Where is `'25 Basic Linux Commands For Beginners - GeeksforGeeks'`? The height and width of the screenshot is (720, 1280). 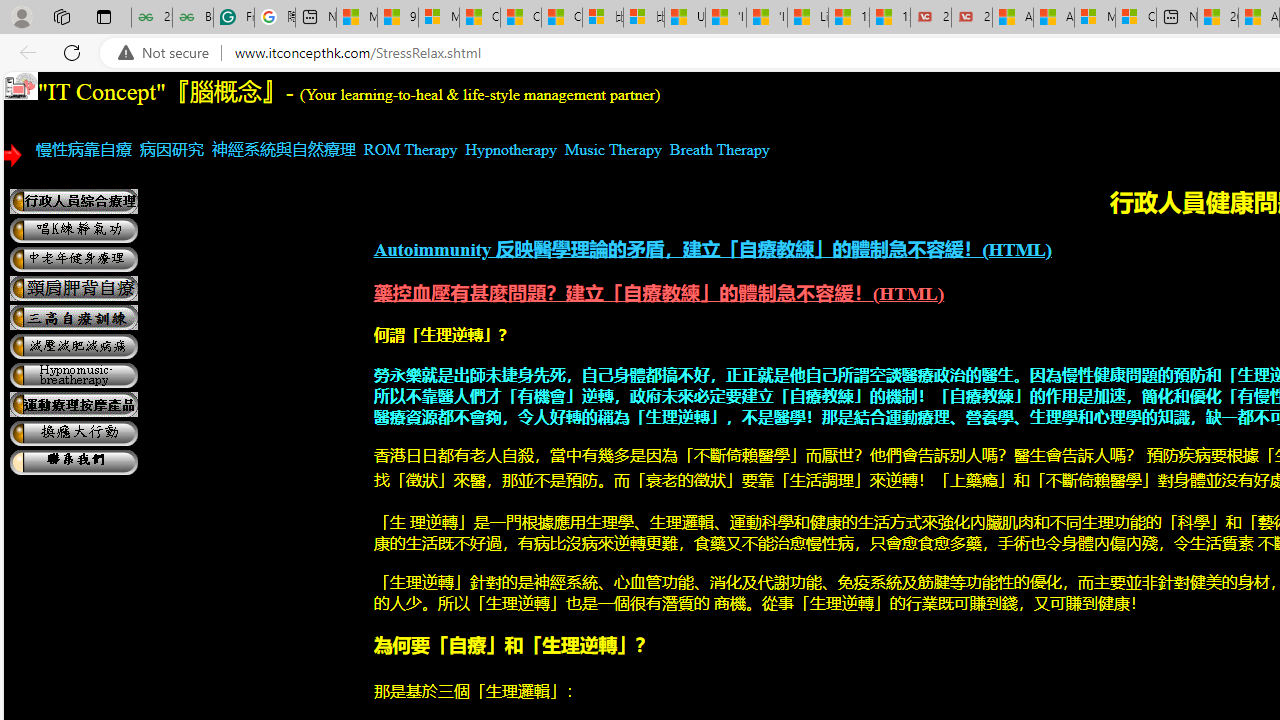
'25 Basic Linux Commands For Beginners - GeeksforGeeks' is located at coordinates (150, 17).